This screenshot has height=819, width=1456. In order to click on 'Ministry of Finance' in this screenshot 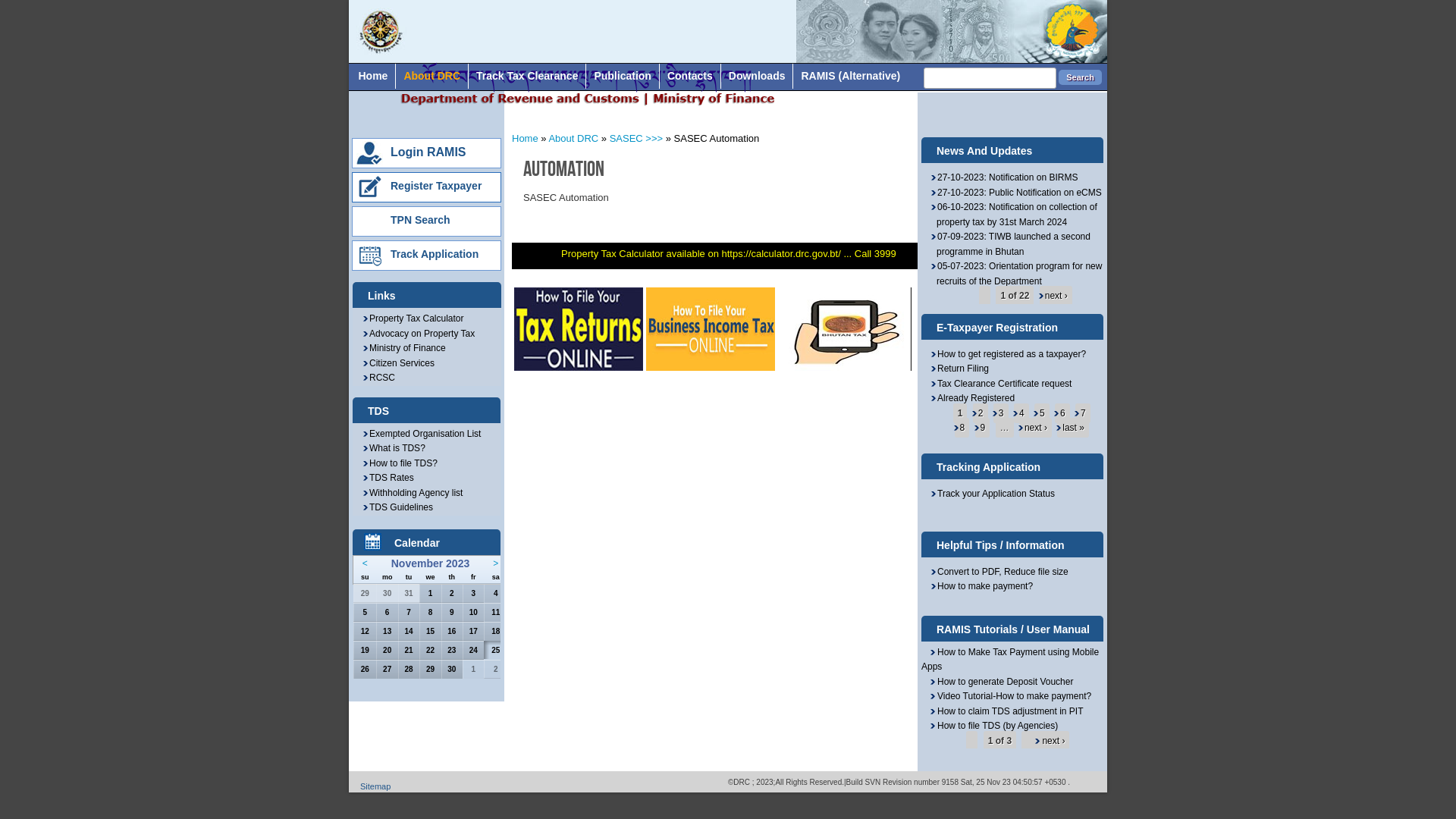, I will do `click(360, 348)`.